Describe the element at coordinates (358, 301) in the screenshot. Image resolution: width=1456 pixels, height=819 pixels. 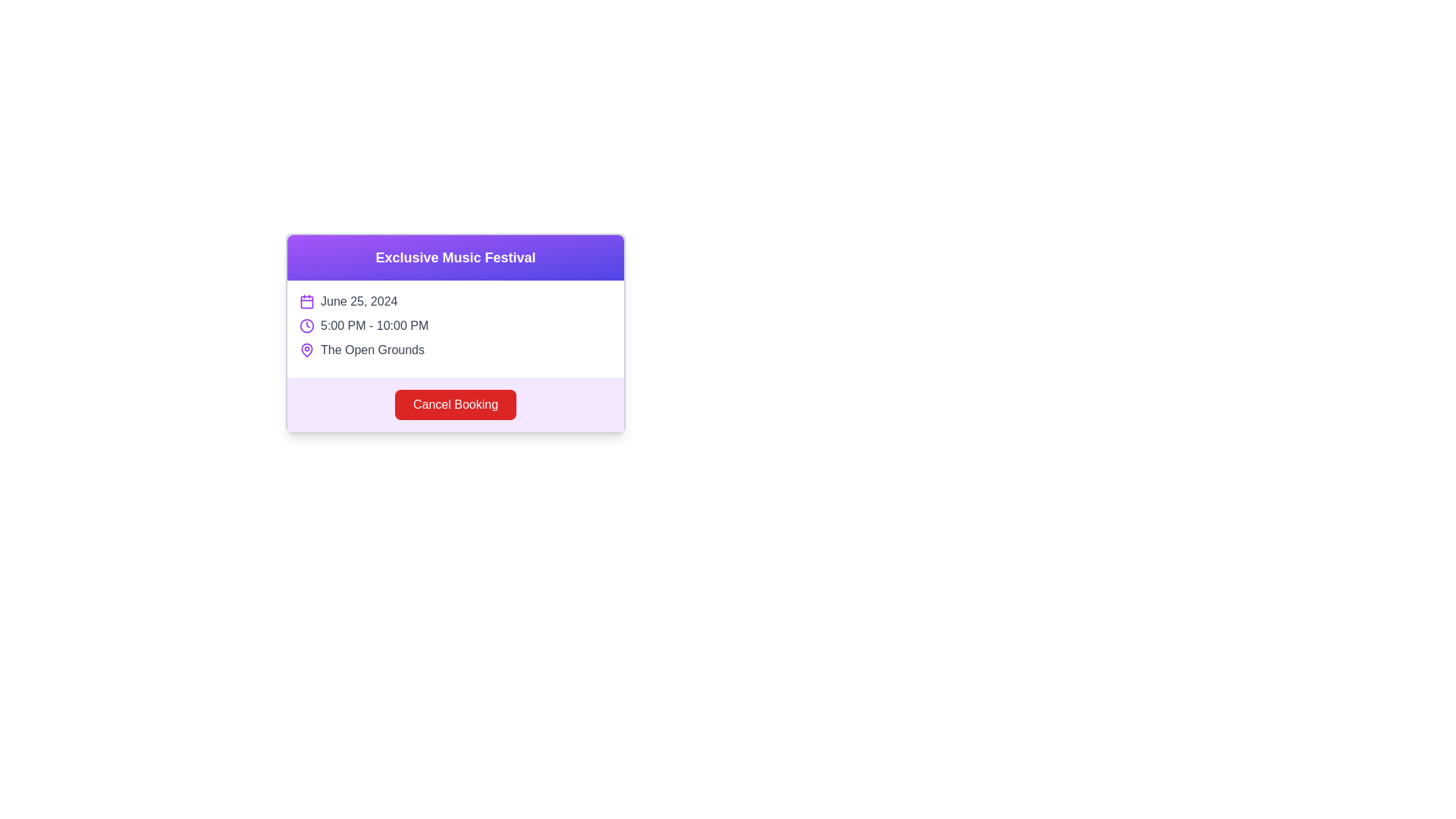
I see `the static text element that displays 'June 25, 2024' in gray font, which is aligned with the title 'Exclusive Music Festival' and located to the right of a calendar icon` at that location.